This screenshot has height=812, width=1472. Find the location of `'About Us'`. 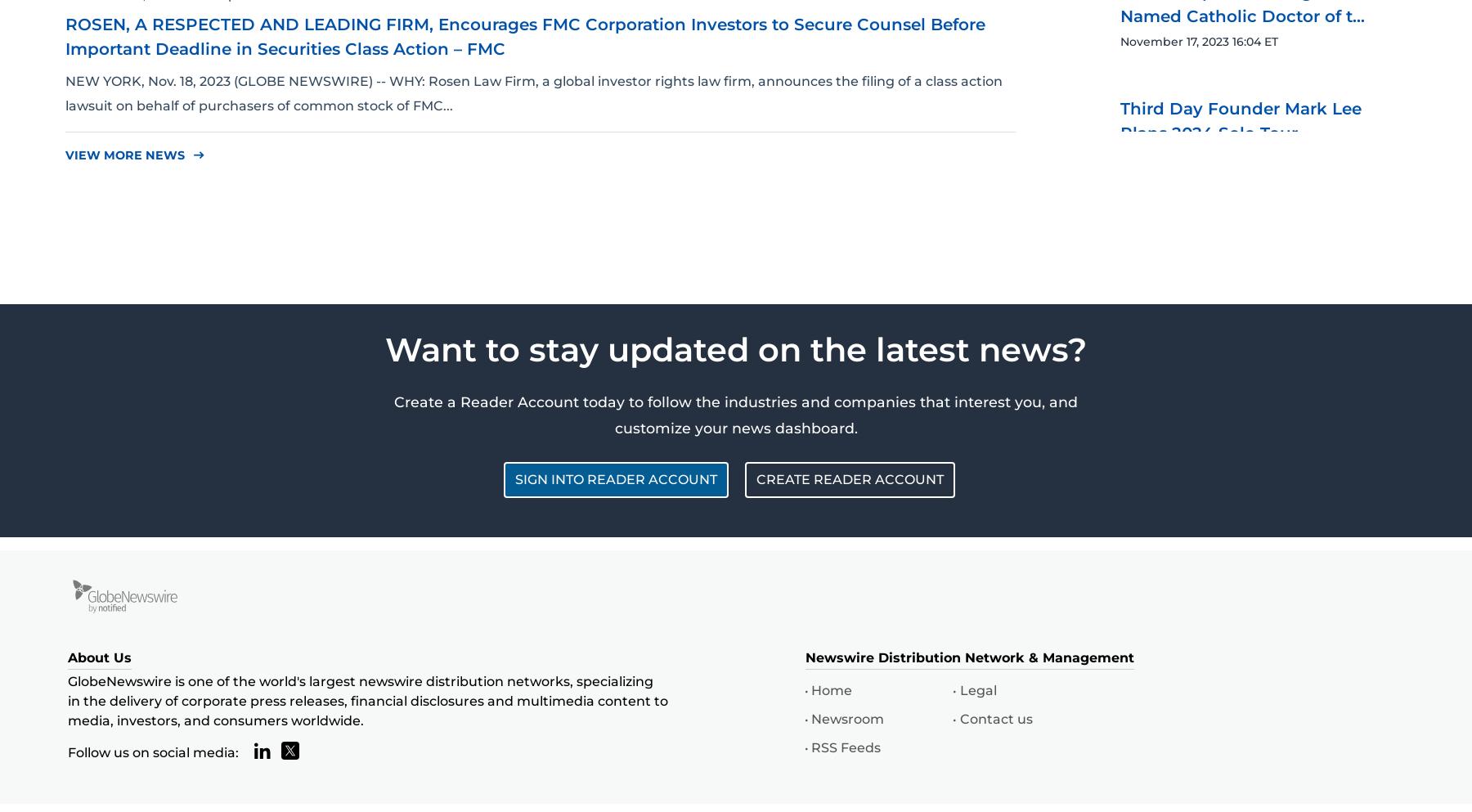

'About Us' is located at coordinates (100, 657).